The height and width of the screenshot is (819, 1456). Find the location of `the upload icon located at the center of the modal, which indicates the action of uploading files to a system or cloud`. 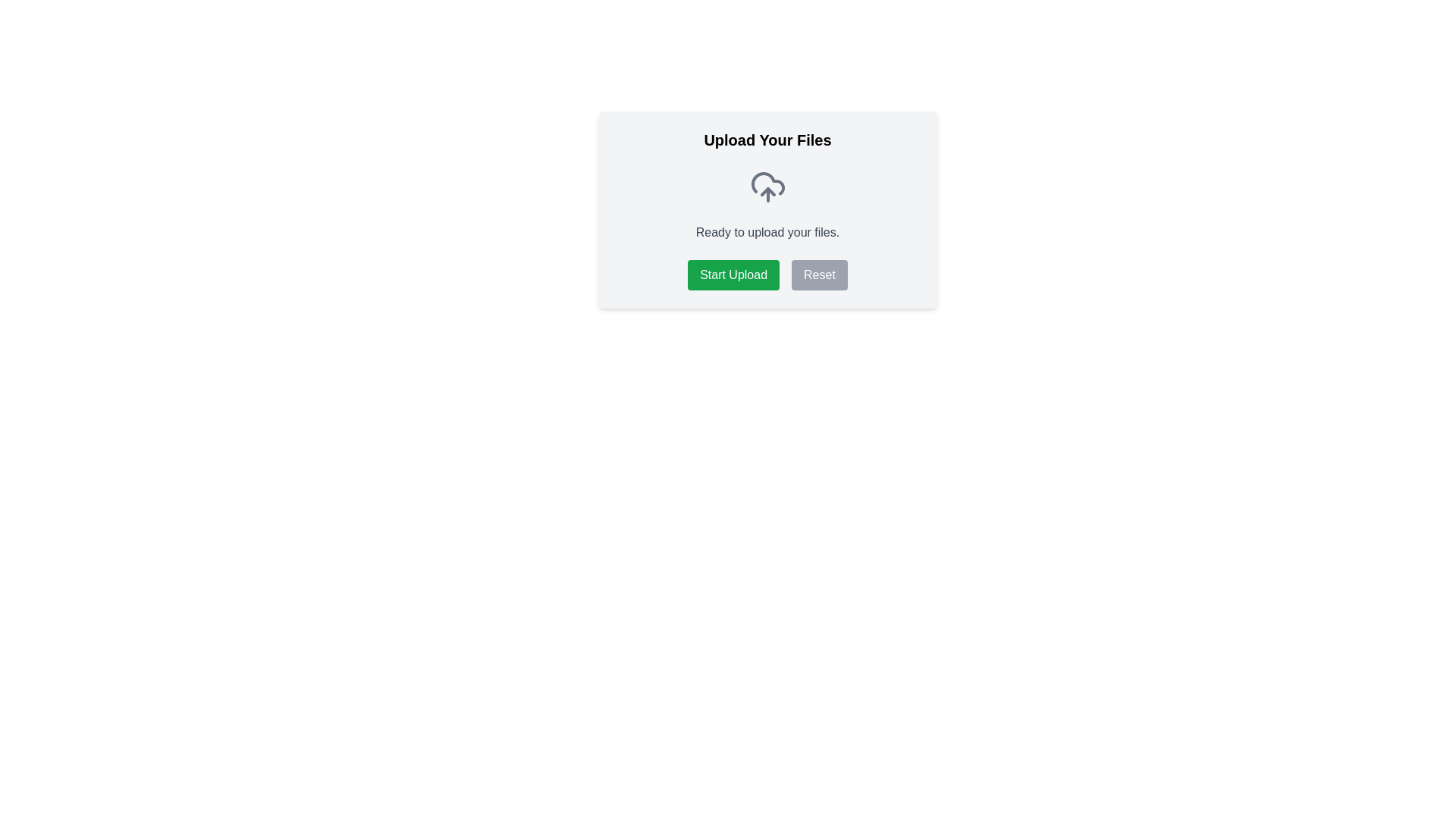

the upload icon located at the center of the modal, which indicates the action of uploading files to a system or cloud is located at coordinates (767, 186).